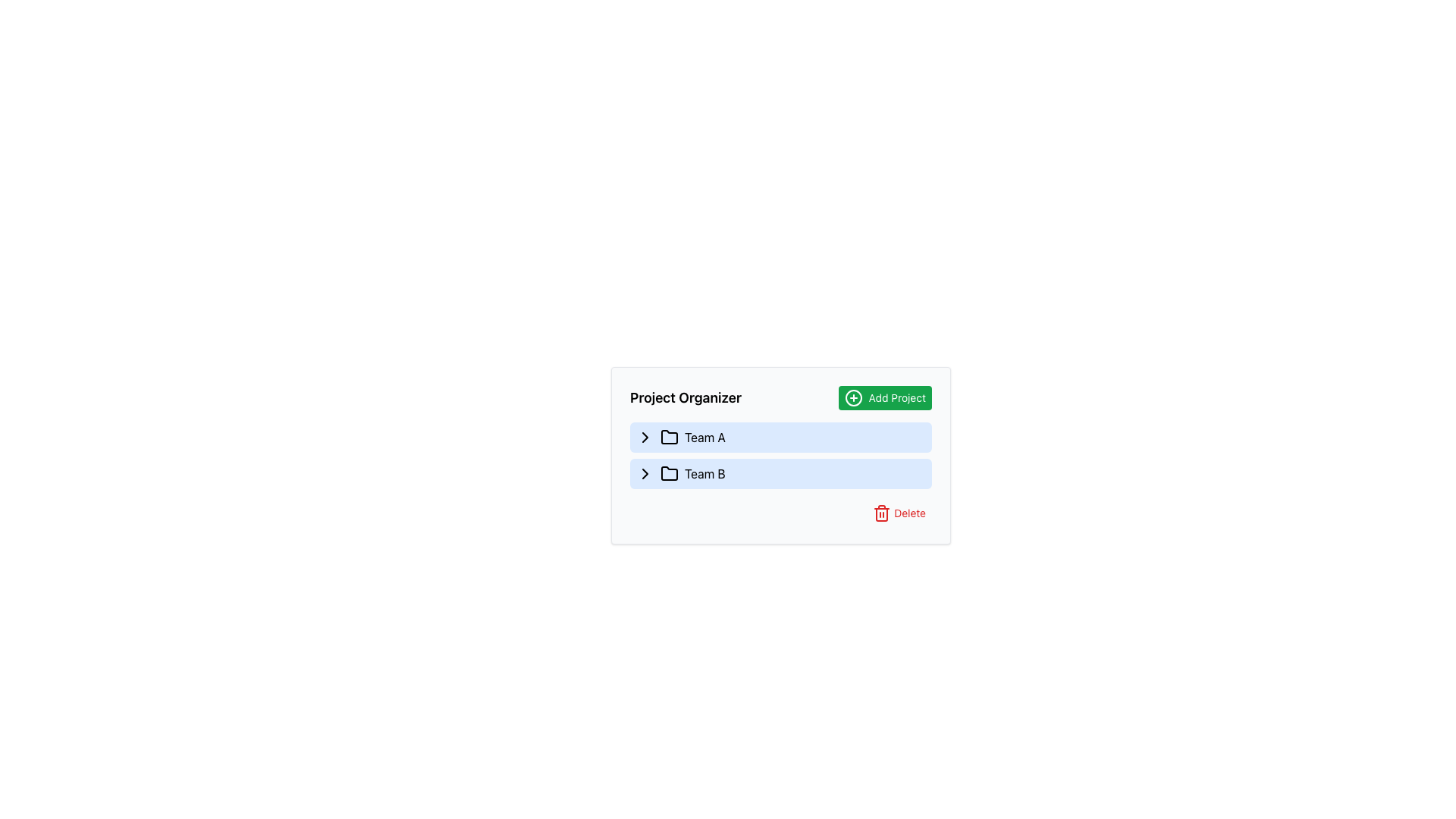  Describe the element at coordinates (853, 397) in the screenshot. I see `the Decorative SVG circle element that visually complements the 'Add Project' button in the upper-right corner of the 'Project Organizer' section` at that location.